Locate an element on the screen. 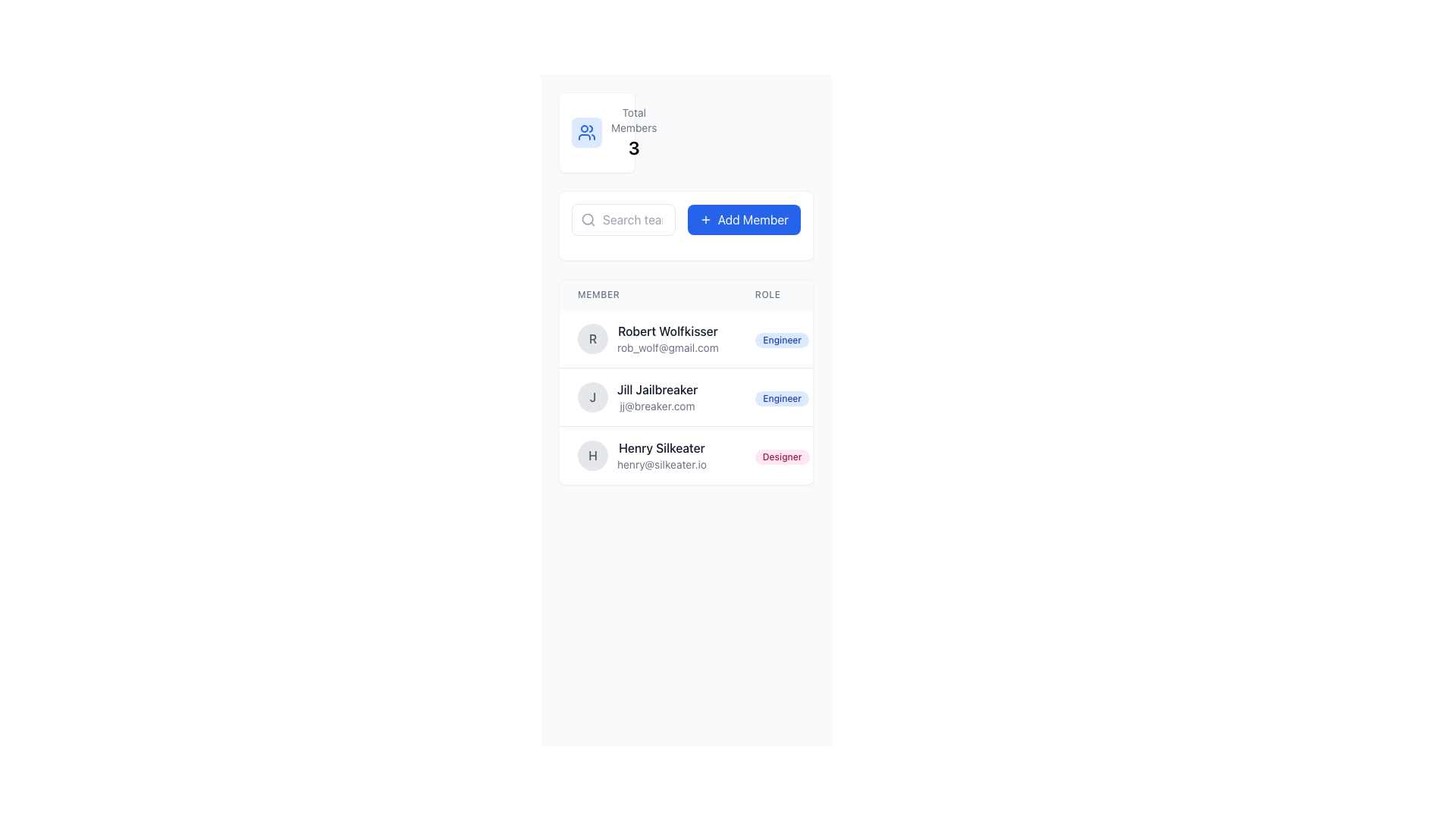 This screenshot has width=1456, height=819. the email address of the member in the second row of the table, which is positioned under the 'Member' and 'Role' headers, to copy it is located at coordinates (686, 381).